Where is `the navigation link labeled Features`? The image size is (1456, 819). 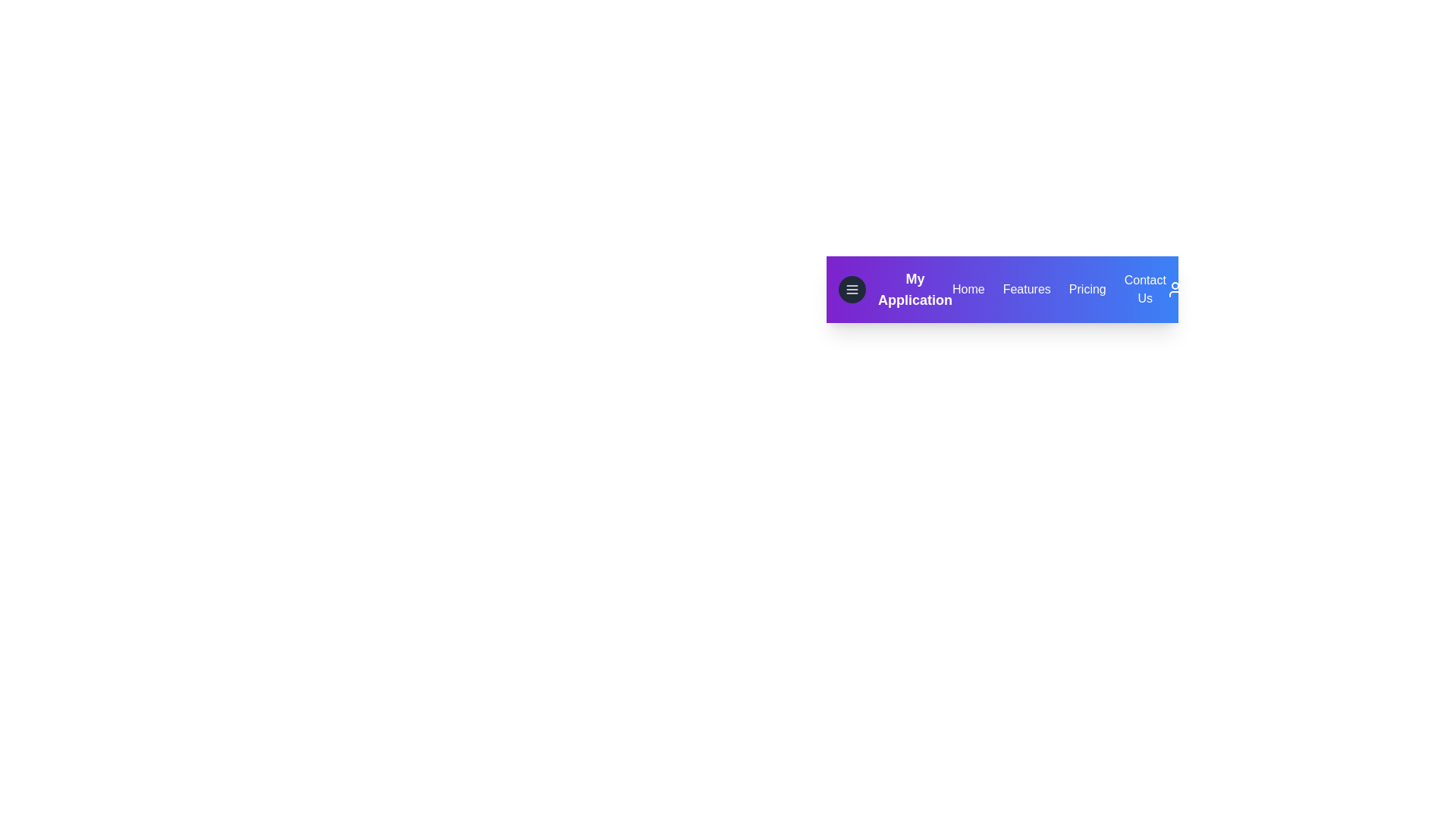 the navigation link labeled Features is located at coordinates (1026, 289).